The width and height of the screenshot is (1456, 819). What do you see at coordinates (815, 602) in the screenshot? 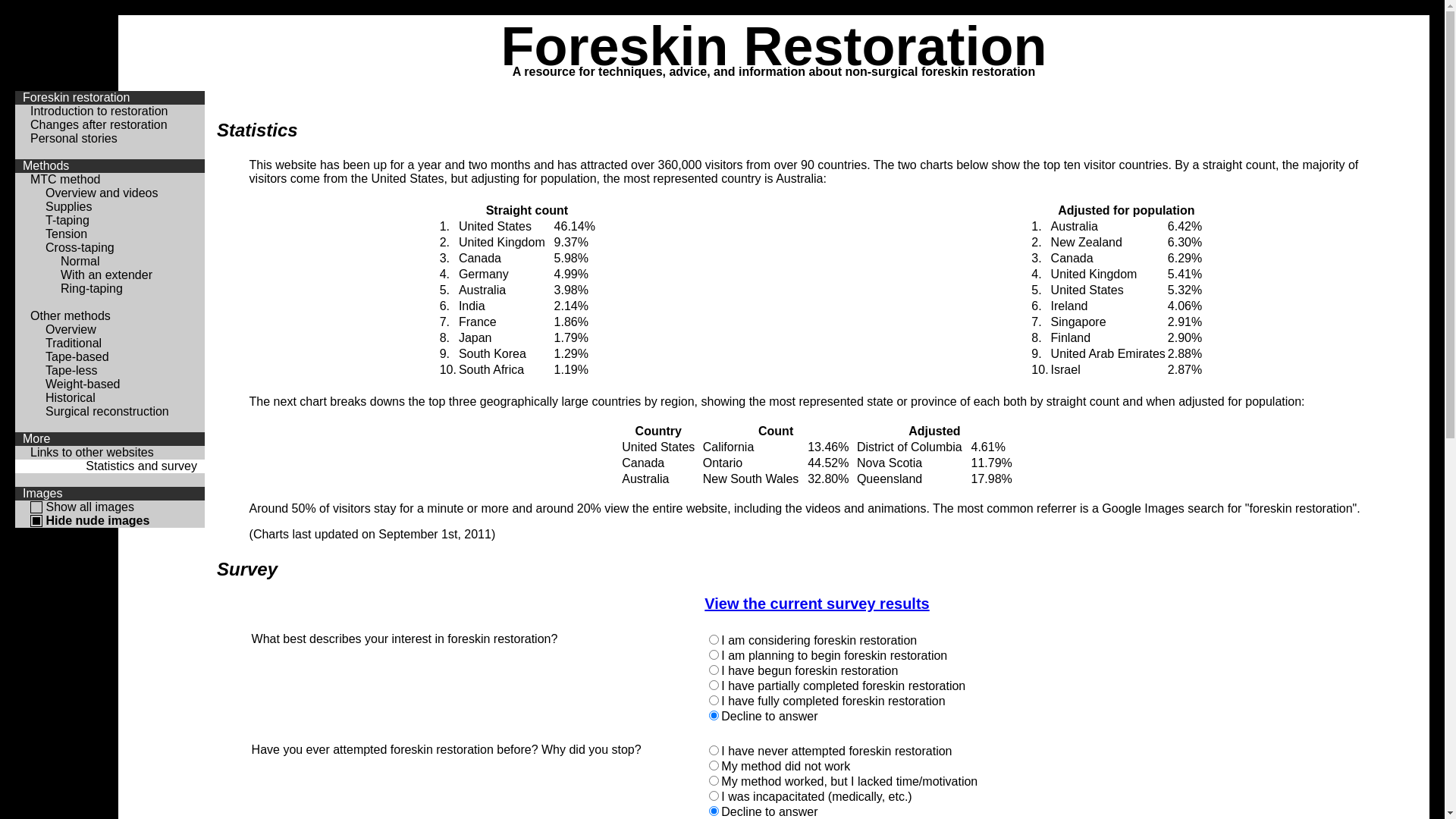
I see `'View the current survey results'` at bounding box center [815, 602].